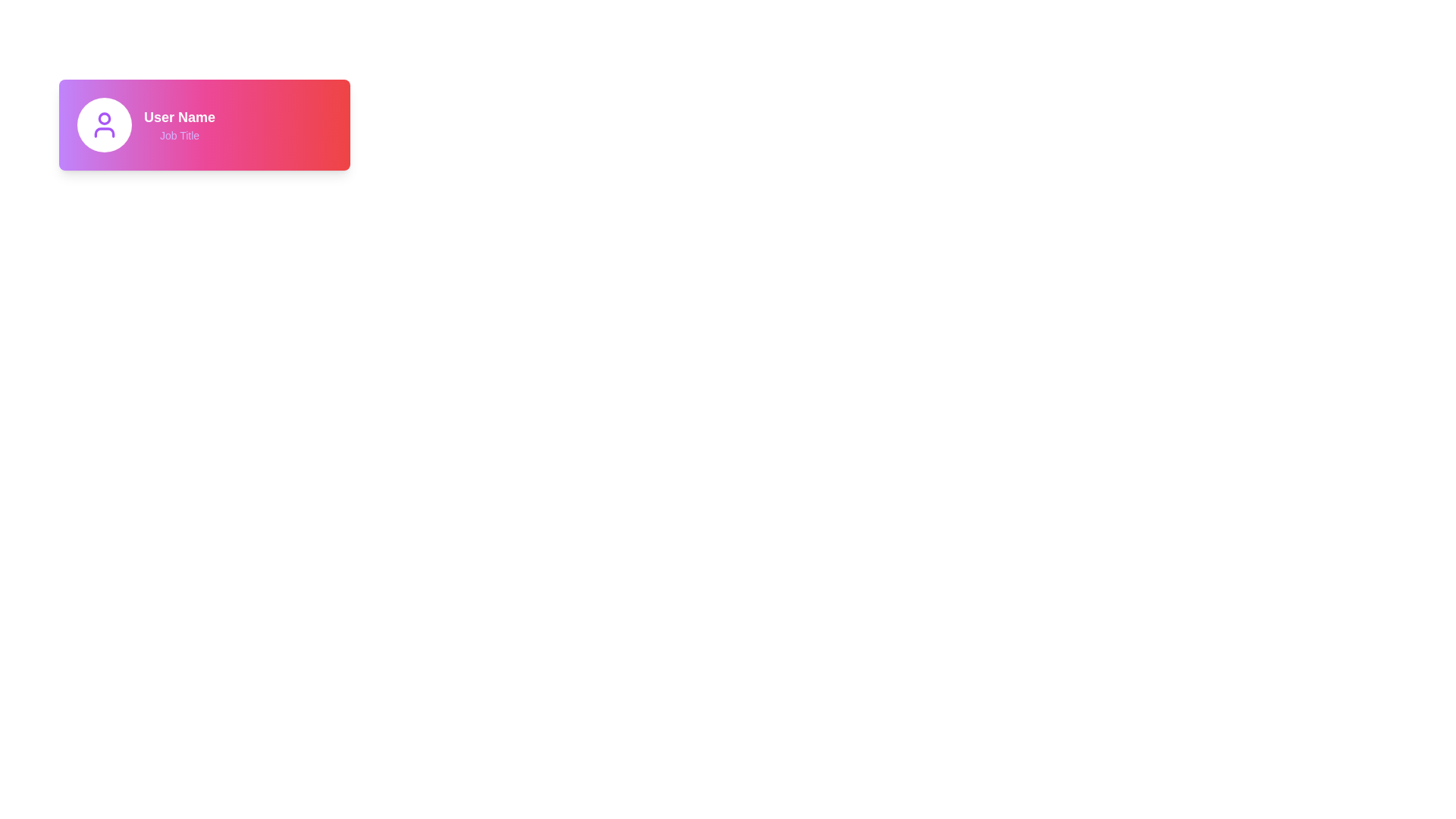 Image resolution: width=1456 pixels, height=819 pixels. Describe the element at coordinates (104, 131) in the screenshot. I see `the semicircular arc located in the lower portion of the circular user avatar icon, which is centered within the icon` at that location.